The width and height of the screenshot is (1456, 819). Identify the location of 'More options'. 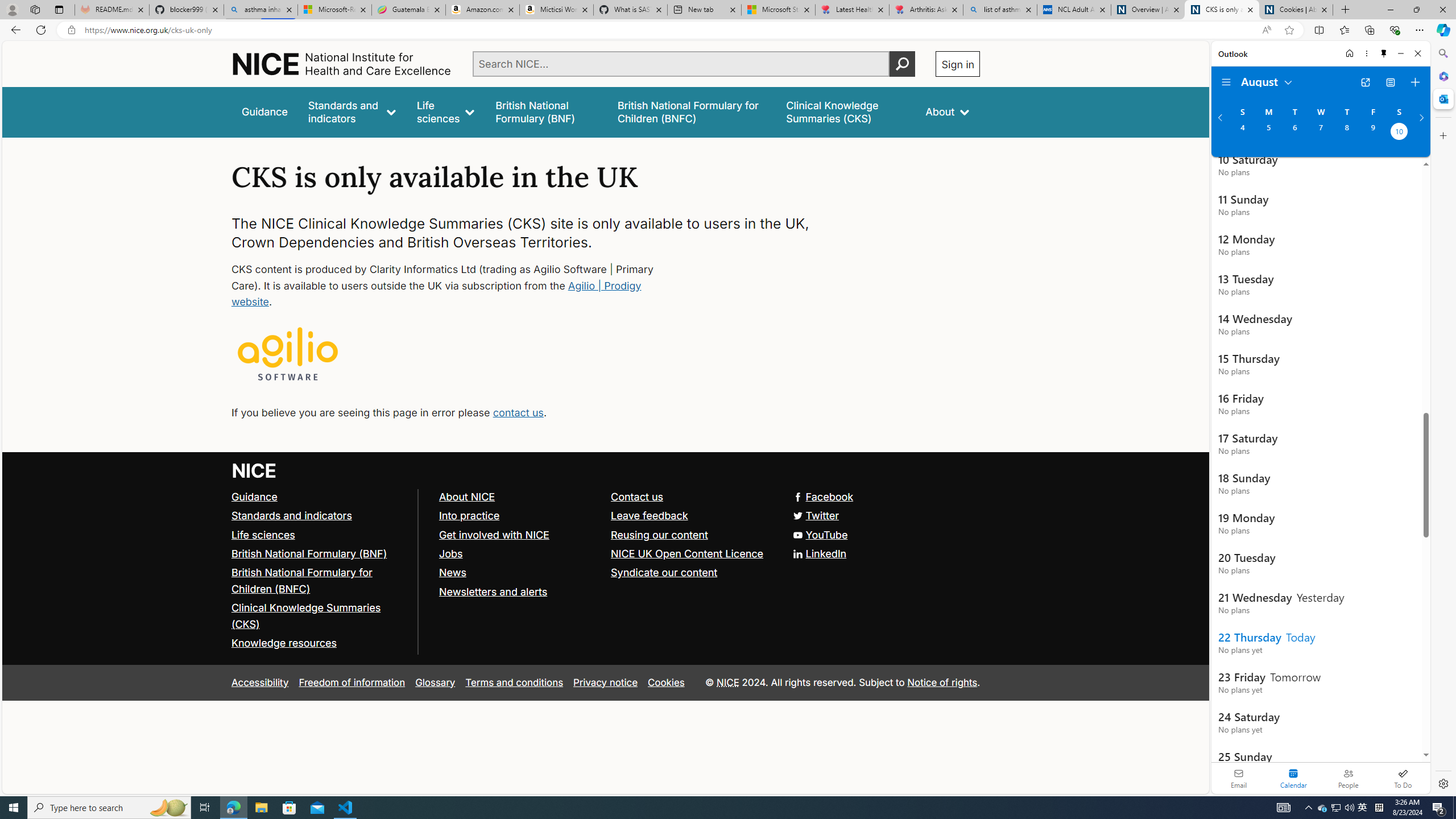
(1366, 53).